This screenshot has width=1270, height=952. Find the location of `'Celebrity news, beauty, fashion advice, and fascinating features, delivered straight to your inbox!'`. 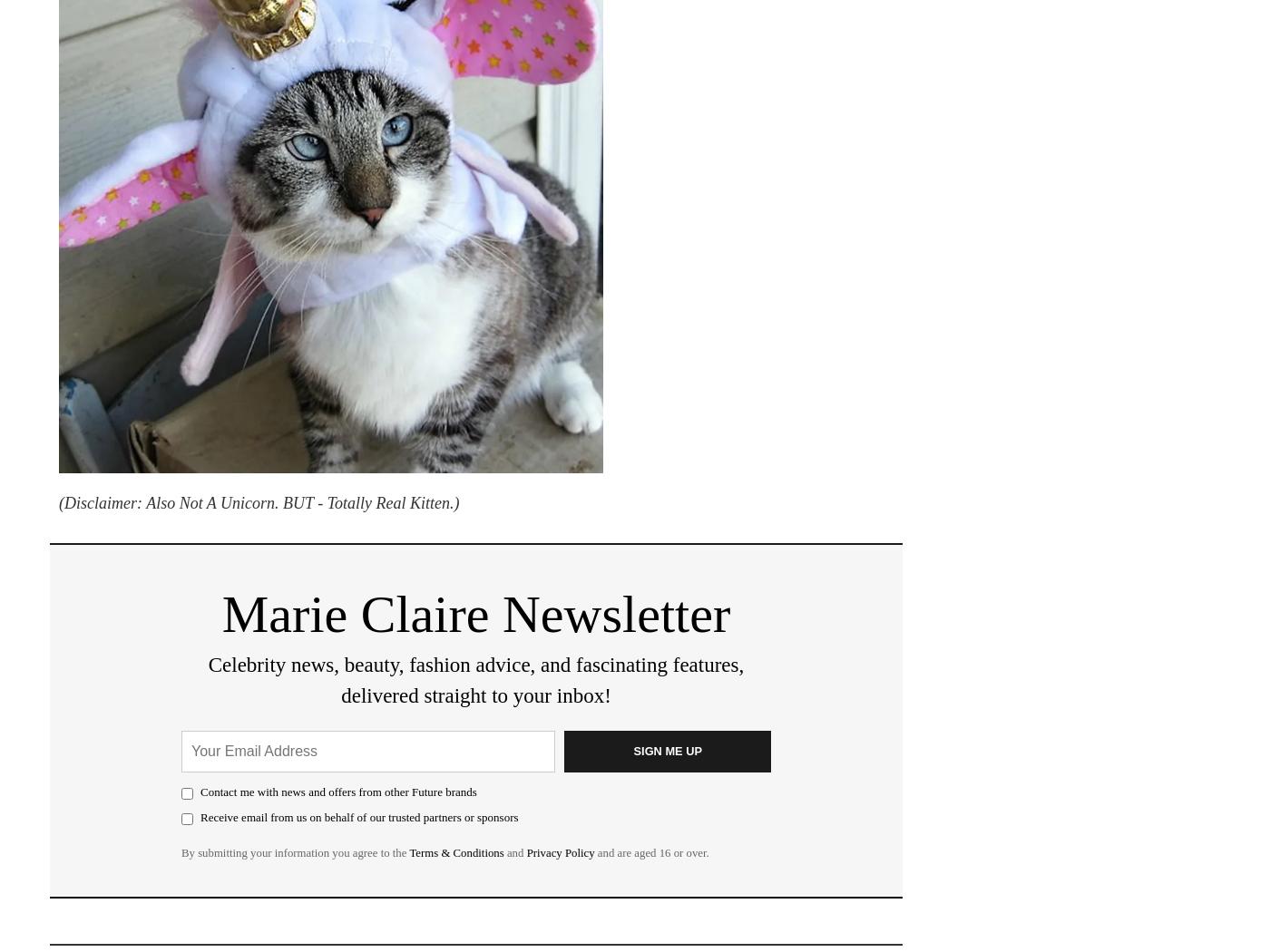

'Celebrity news, beauty, fashion advice, and fascinating features, delivered straight to your inbox!' is located at coordinates (475, 680).